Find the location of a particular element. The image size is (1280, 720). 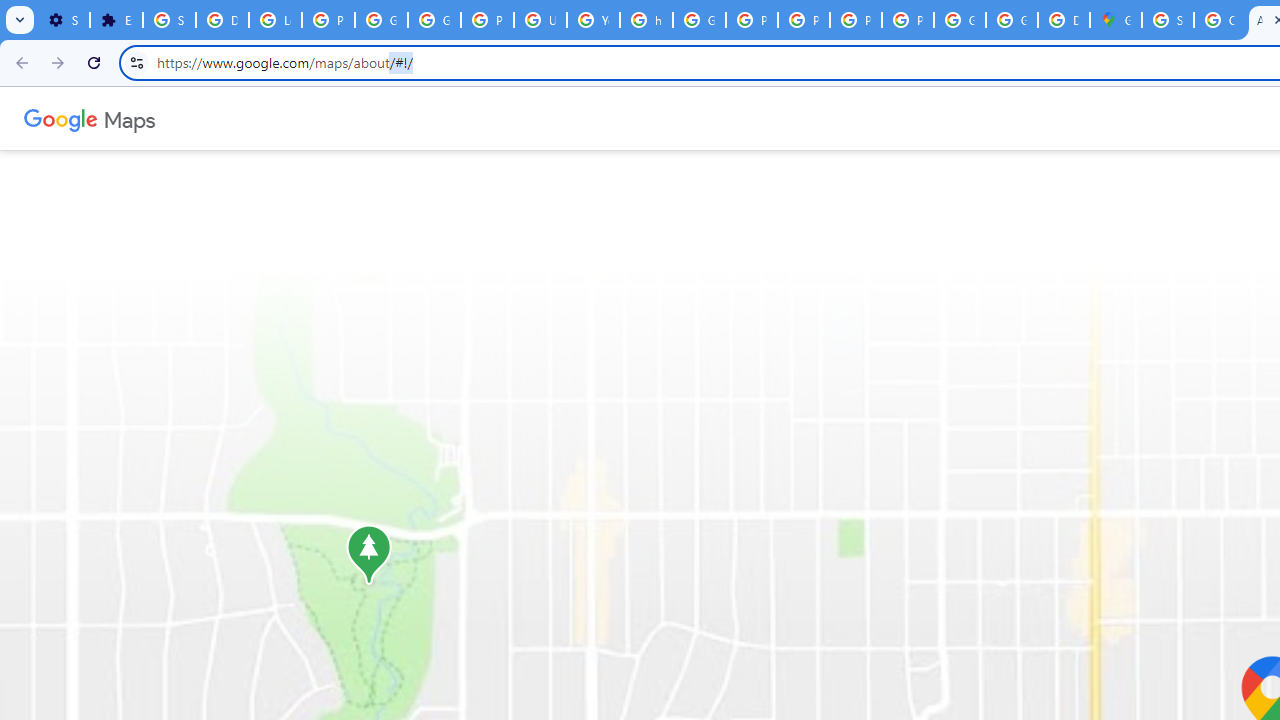

'Sign in - Google Accounts' is located at coordinates (169, 20).